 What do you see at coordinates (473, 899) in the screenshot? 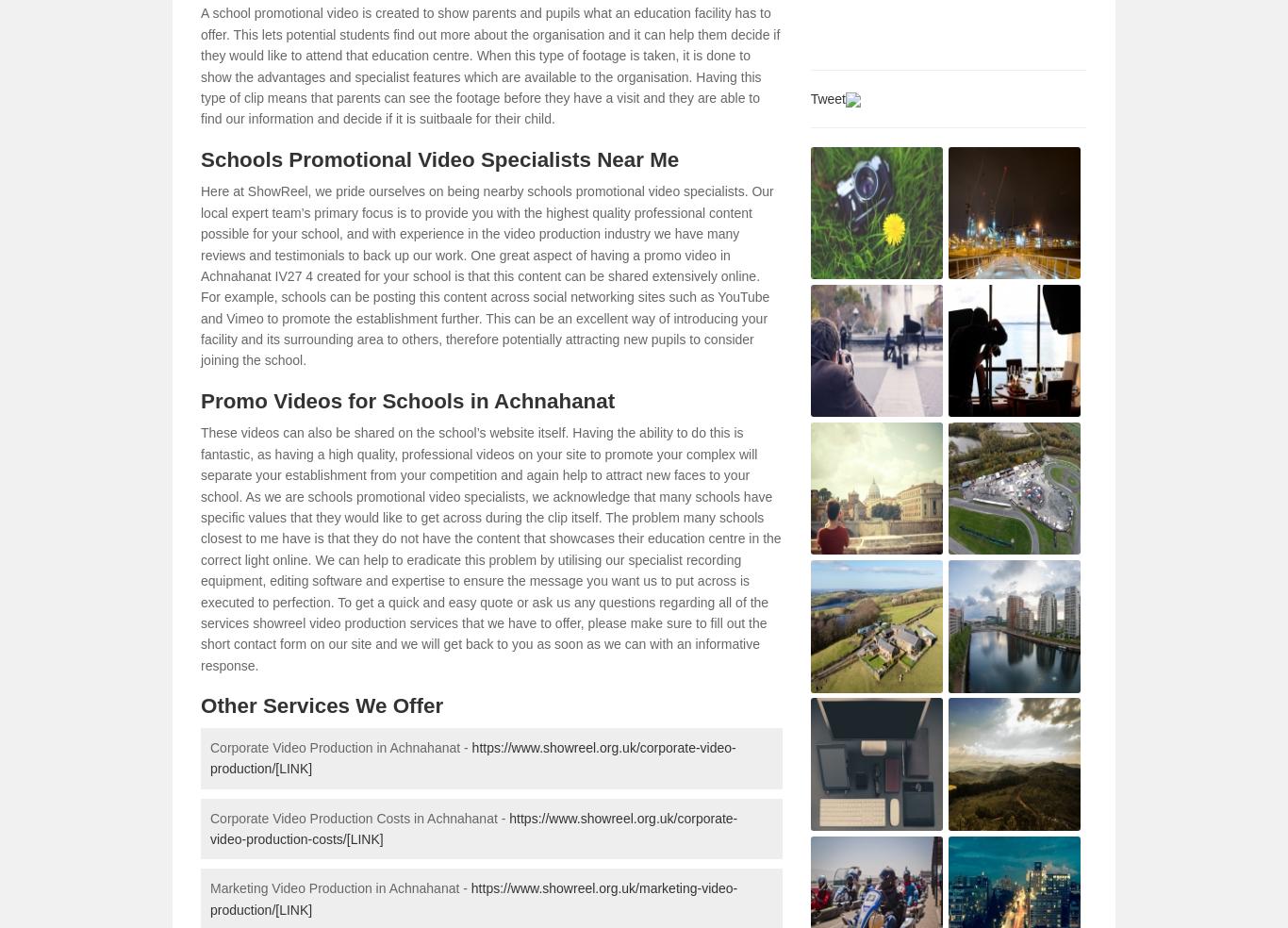
I see `'https://www.showreel.org.uk/marketing-video-production/[LINK]'` at bounding box center [473, 899].